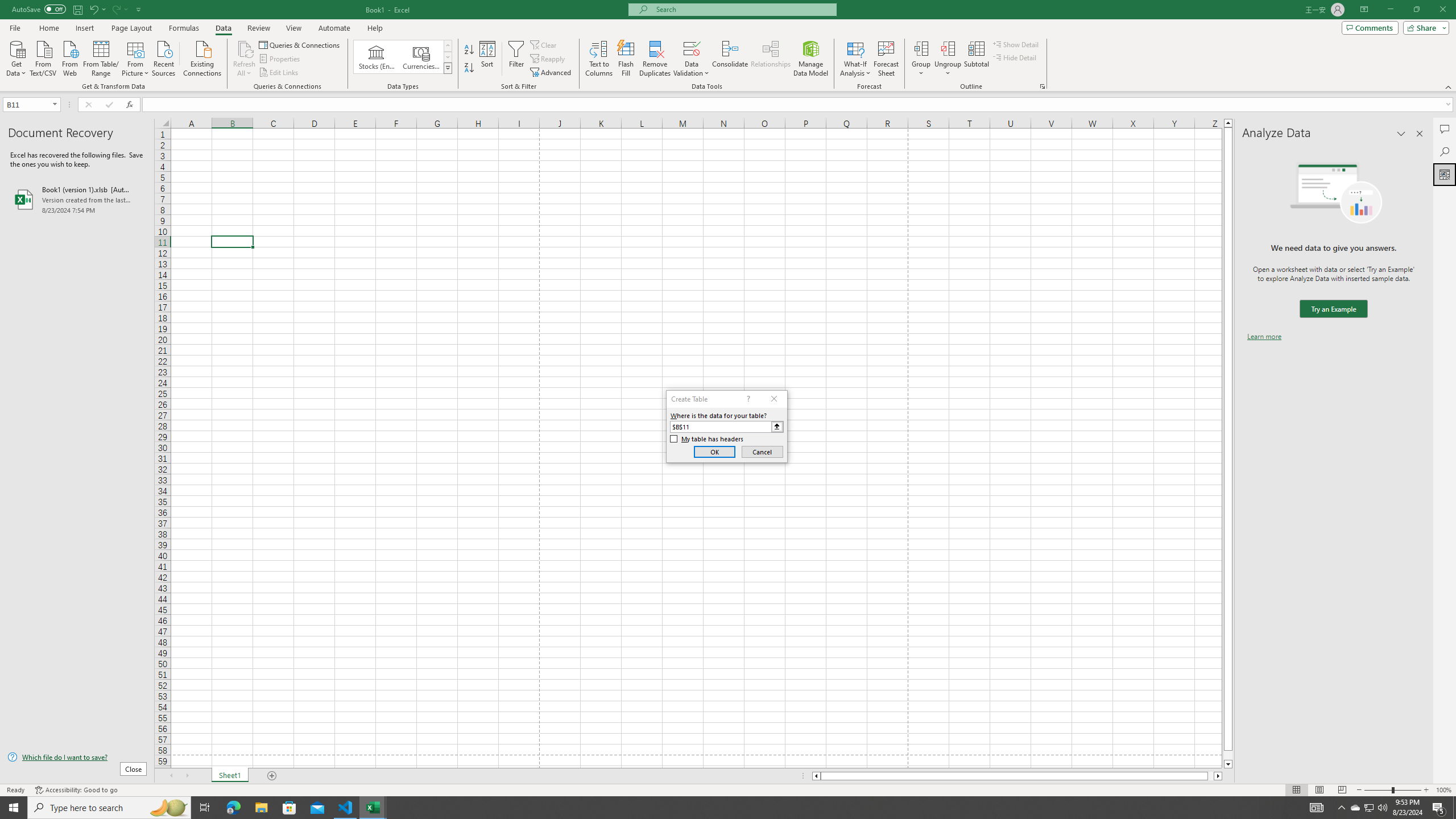 The width and height of the screenshot is (1456, 819). I want to click on 'Ungroup...', so click(948, 59).